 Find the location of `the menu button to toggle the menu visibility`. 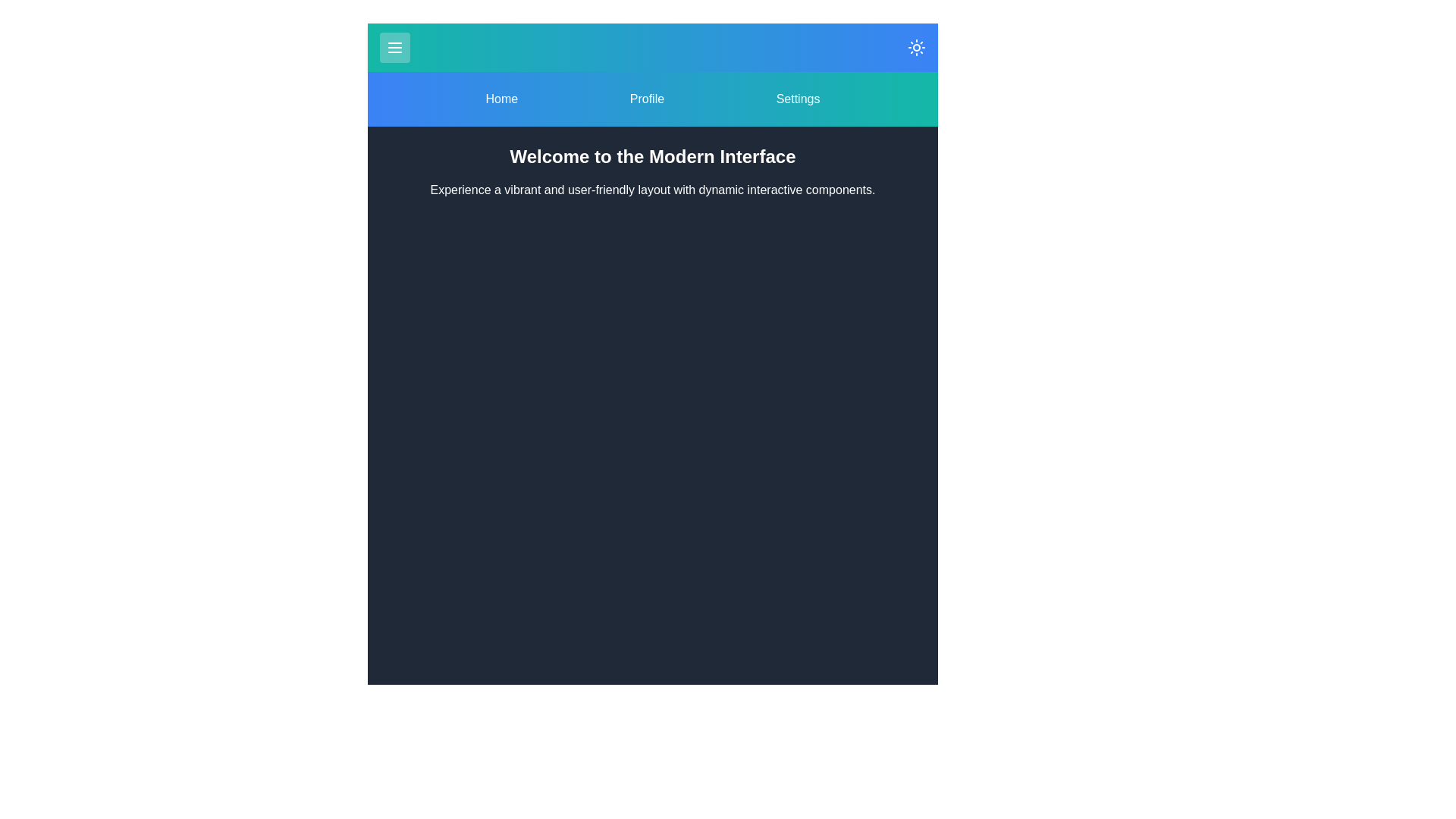

the menu button to toggle the menu visibility is located at coordinates (395, 46).